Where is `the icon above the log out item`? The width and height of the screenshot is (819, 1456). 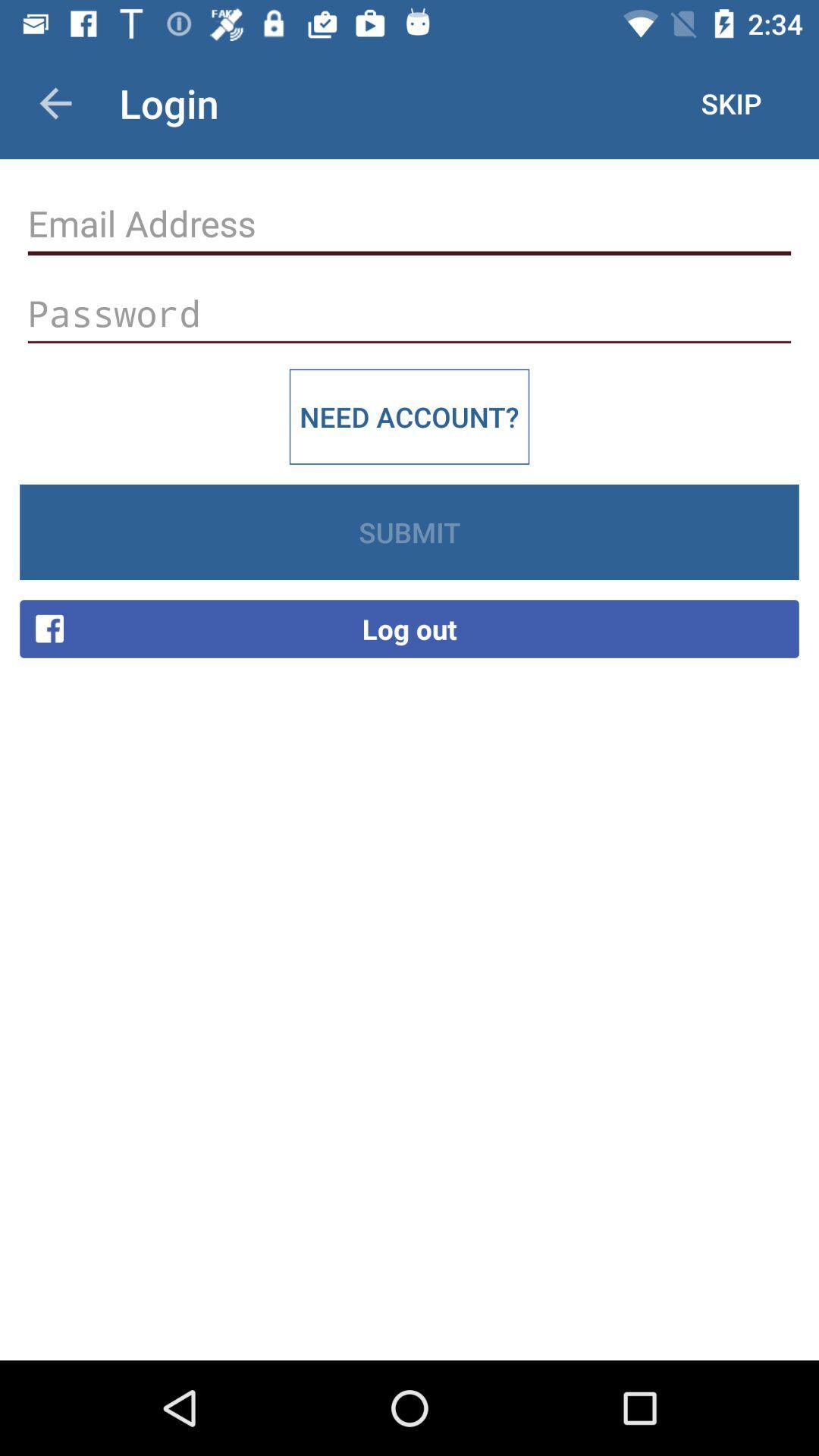 the icon above the log out item is located at coordinates (409, 532).